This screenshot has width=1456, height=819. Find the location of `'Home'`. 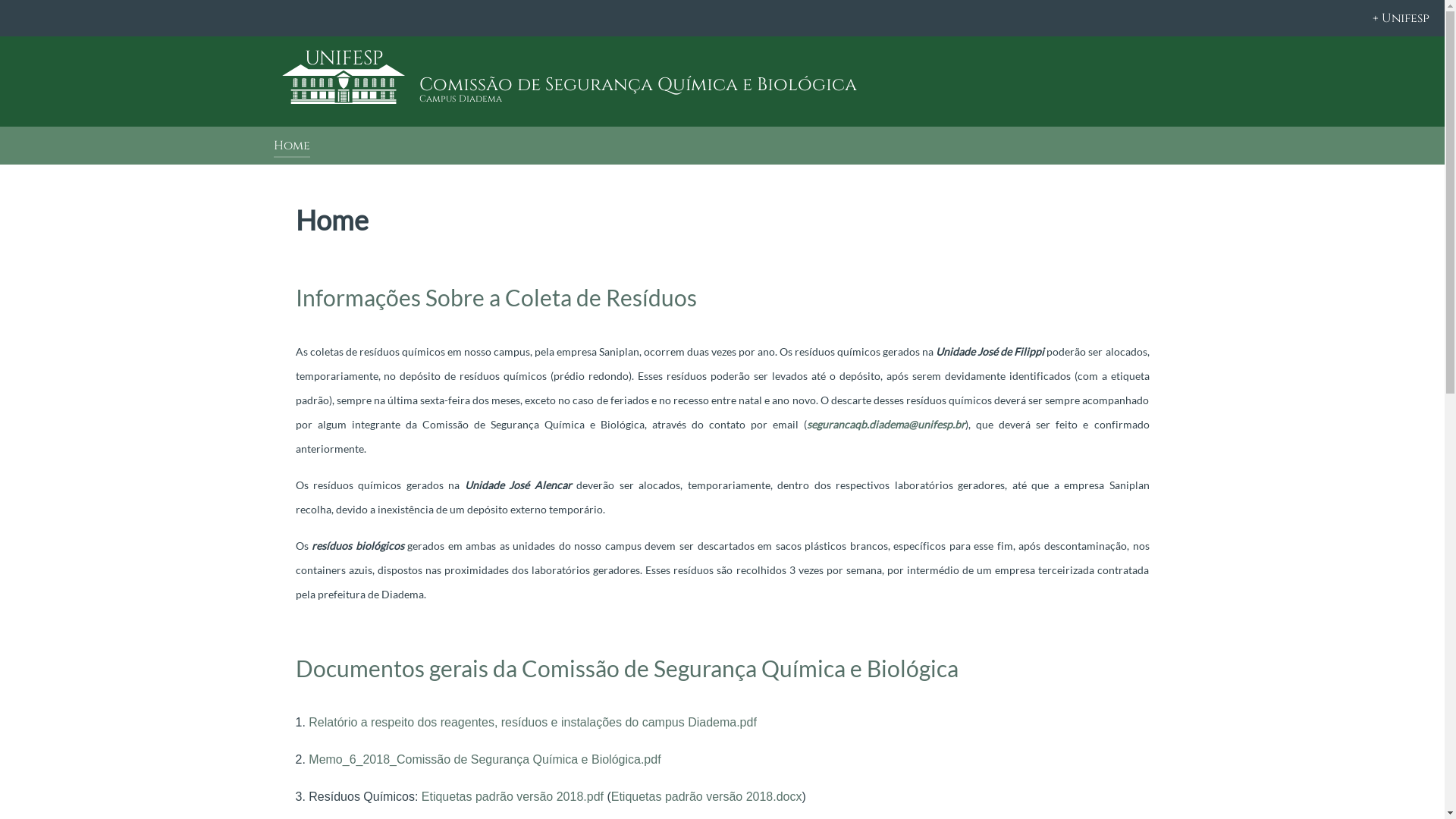

'Home' is located at coordinates (273, 146).